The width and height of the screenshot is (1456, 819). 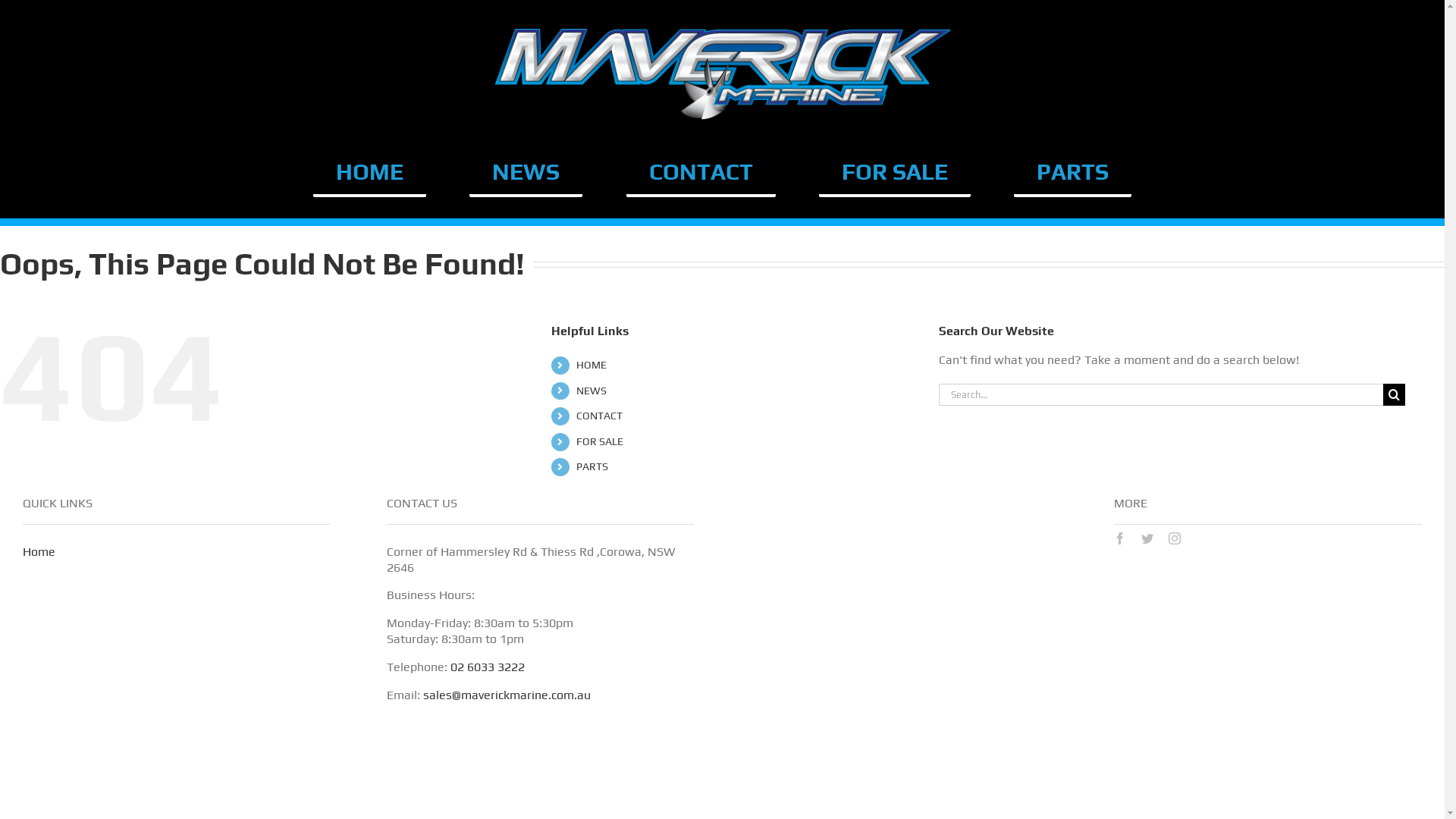 I want to click on 'FOR SALE', so click(x=895, y=172).